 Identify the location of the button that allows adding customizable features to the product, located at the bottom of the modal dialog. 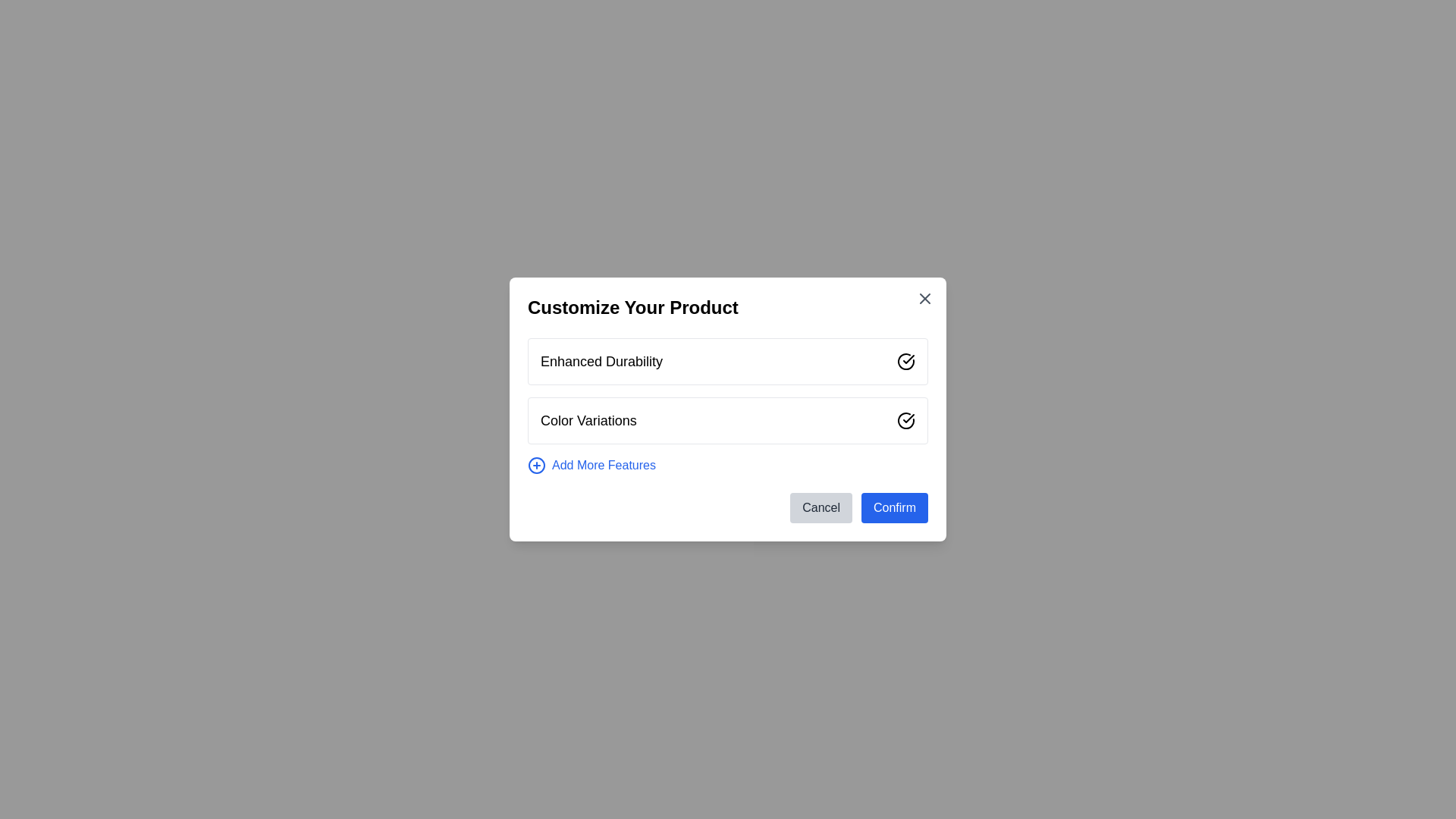
(591, 464).